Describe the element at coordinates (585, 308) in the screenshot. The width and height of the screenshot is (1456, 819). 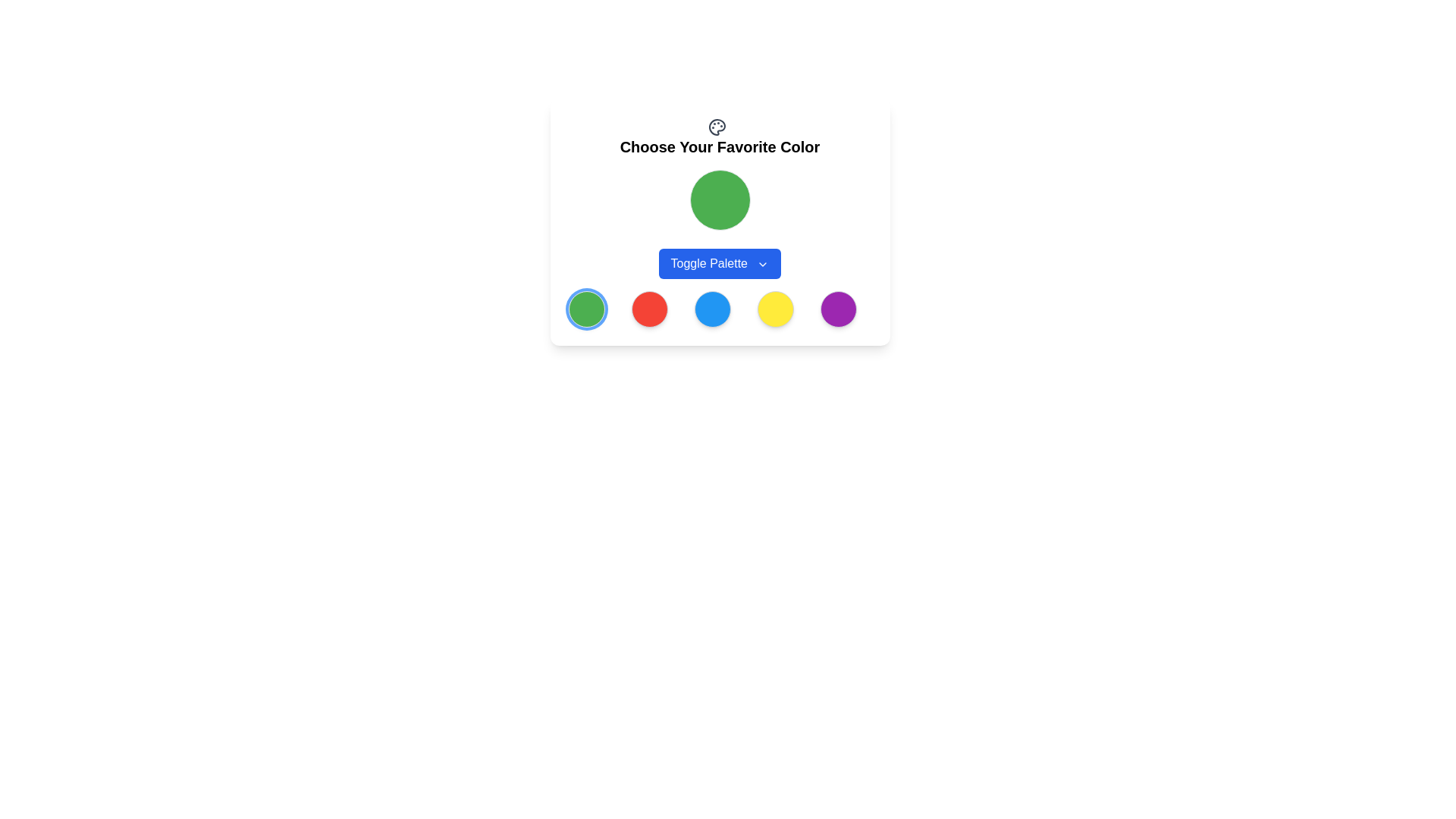
I see `the first circular button with a green background and blue outer border` at that location.